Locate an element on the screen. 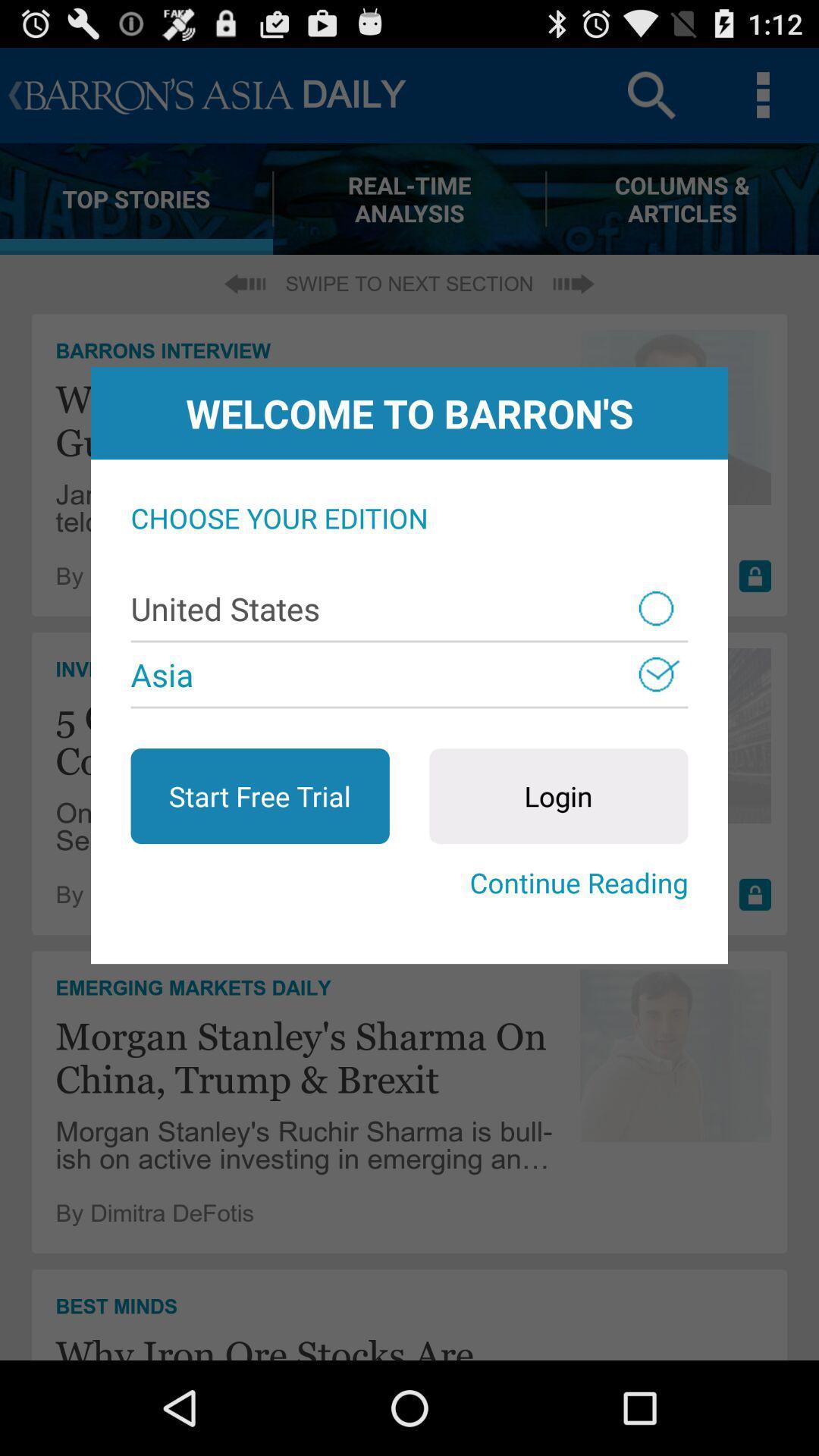 This screenshot has height=1456, width=819. start free trial icon is located at coordinates (259, 795).